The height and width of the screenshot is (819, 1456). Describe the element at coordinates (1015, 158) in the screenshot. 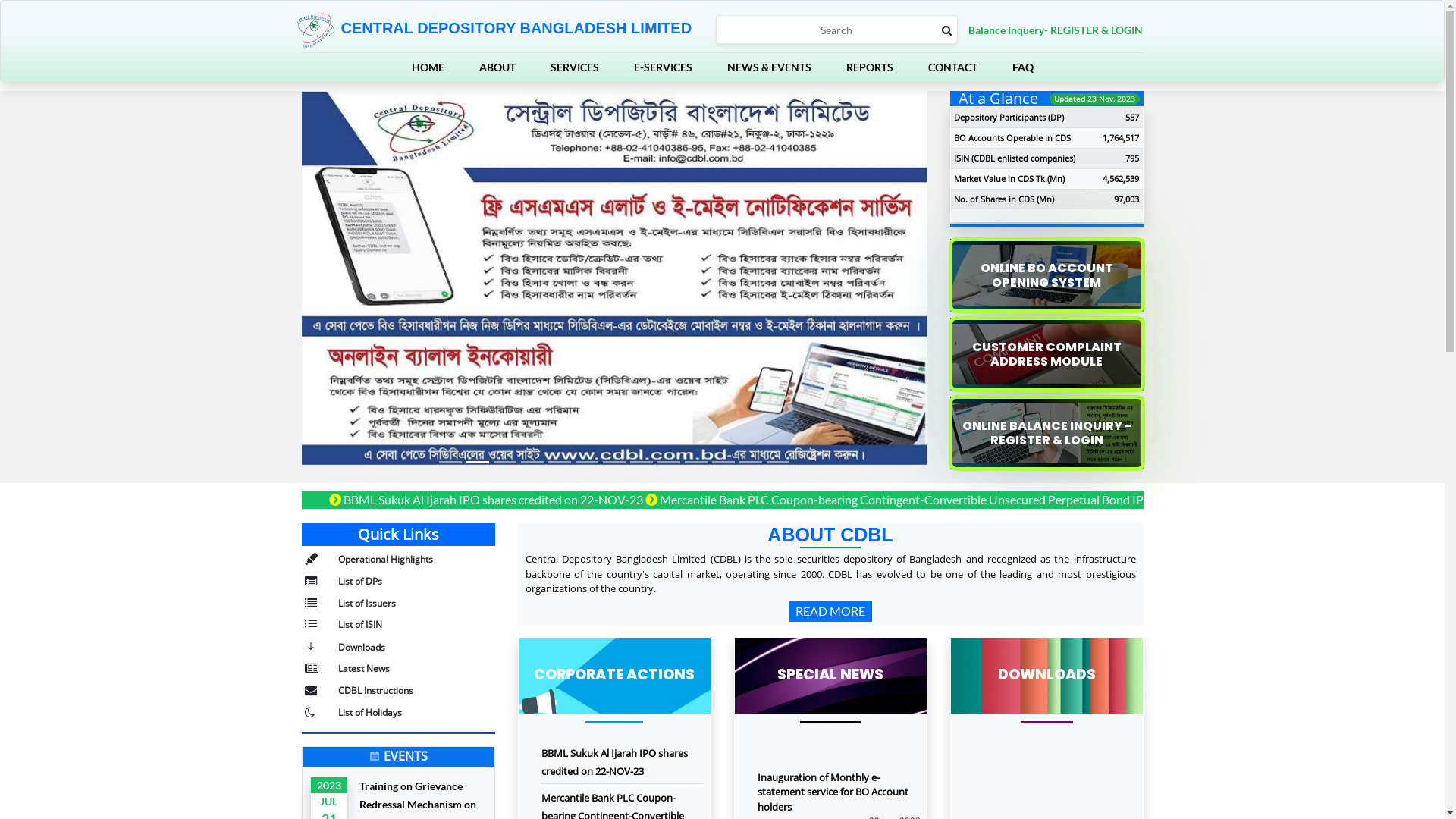

I see `'ISIN (CDBL enlisted companies)'` at that location.